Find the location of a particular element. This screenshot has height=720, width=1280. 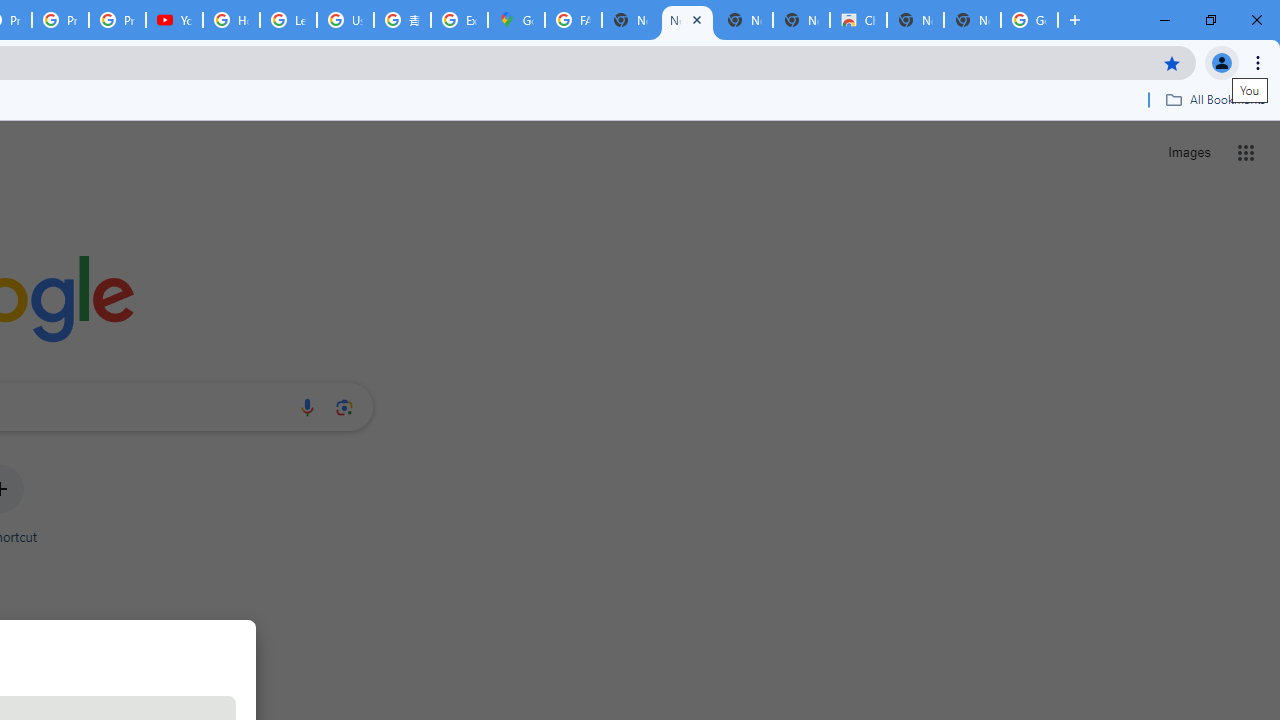

'Explore new street-level details - Google Maps Help' is located at coordinates (458, 20).